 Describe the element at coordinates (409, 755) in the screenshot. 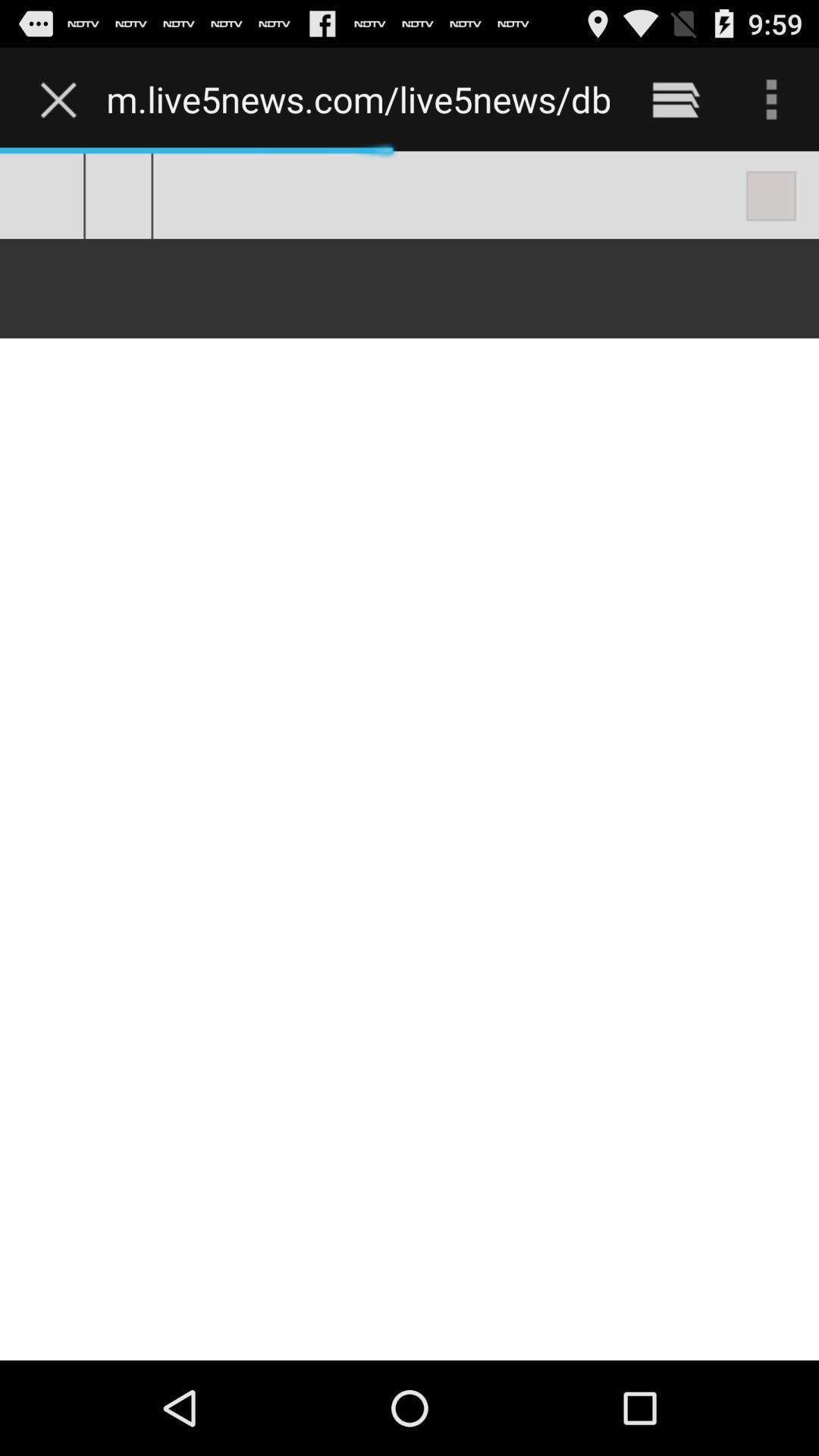

I see `the item below m live5news com icon` at that location.